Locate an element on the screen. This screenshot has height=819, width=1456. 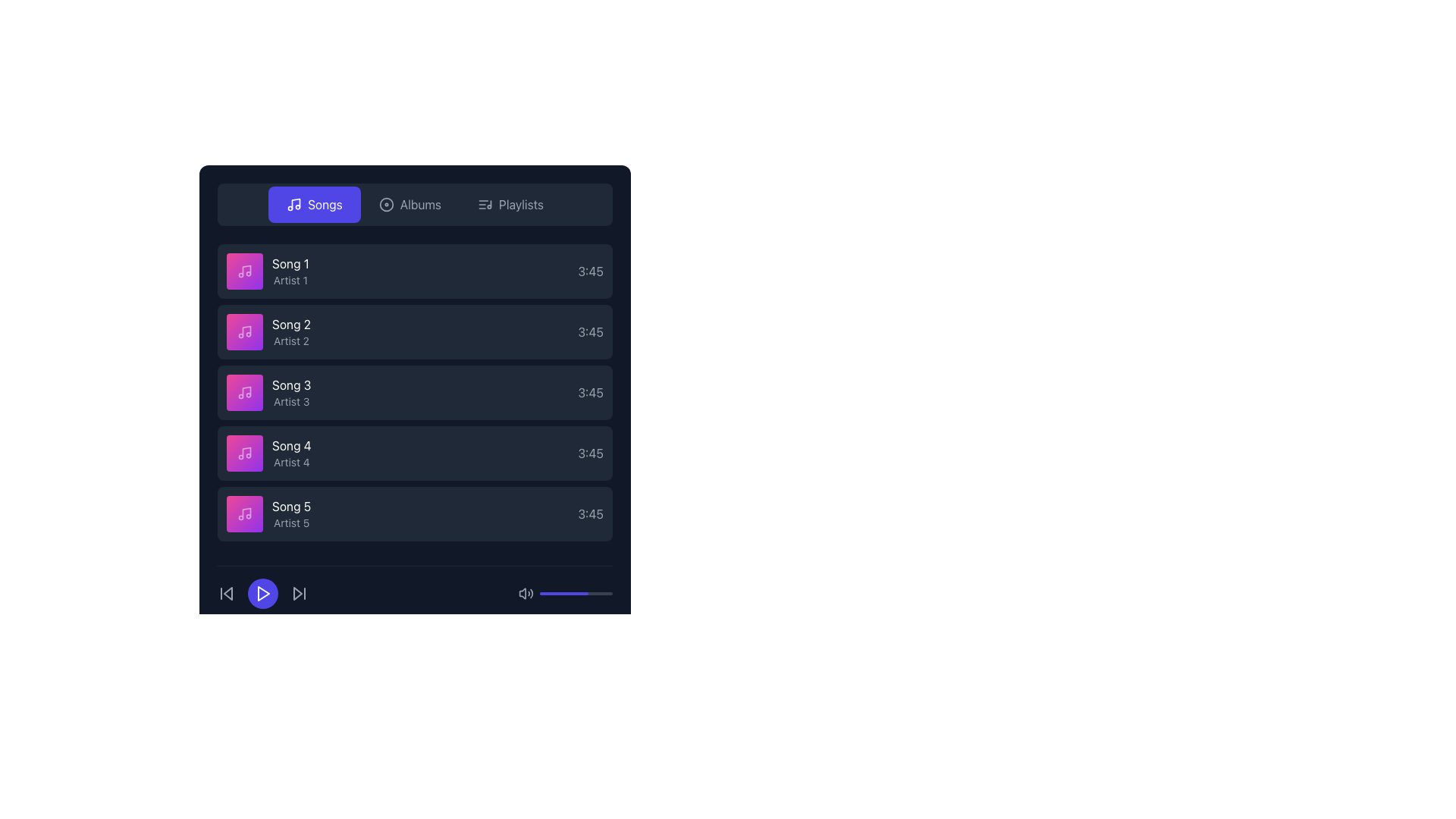
on the text label displaying the song title 'Song 1' alongside the artist name 'Artist 1' is located at coordinates (268, 271).